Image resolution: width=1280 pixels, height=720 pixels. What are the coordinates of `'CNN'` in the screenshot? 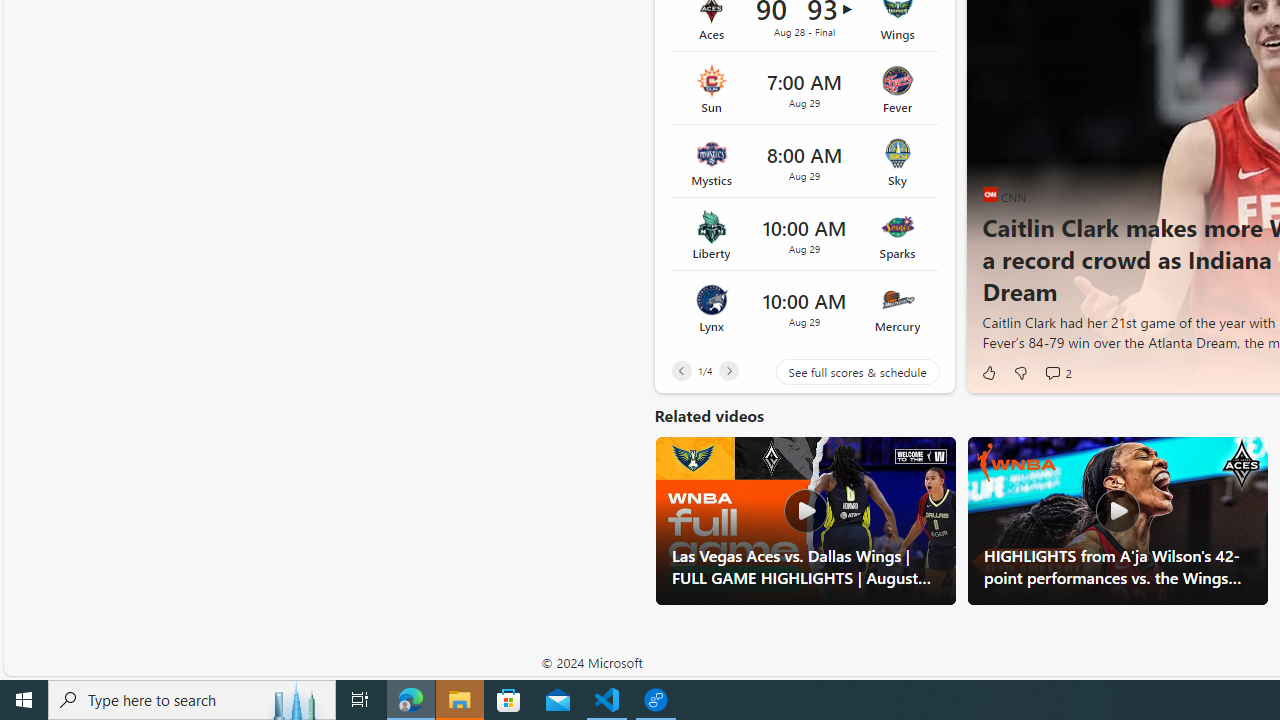 It's located at (990, 194).